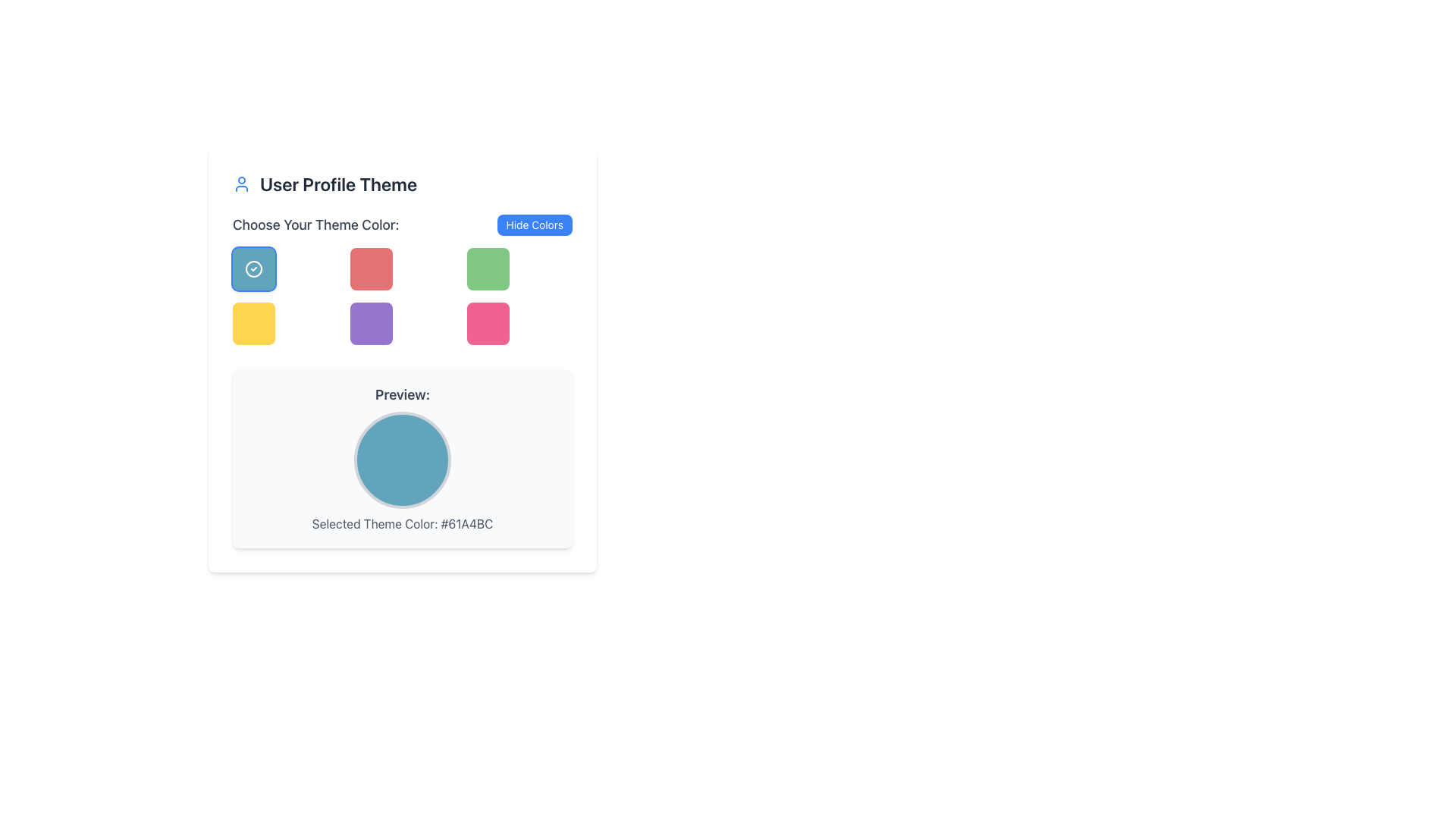 This screenshot has width=1456, height=819. I want to click on the color selector button for the purple color, which is the second box in the third row of a grid layout, so click(371, 323).